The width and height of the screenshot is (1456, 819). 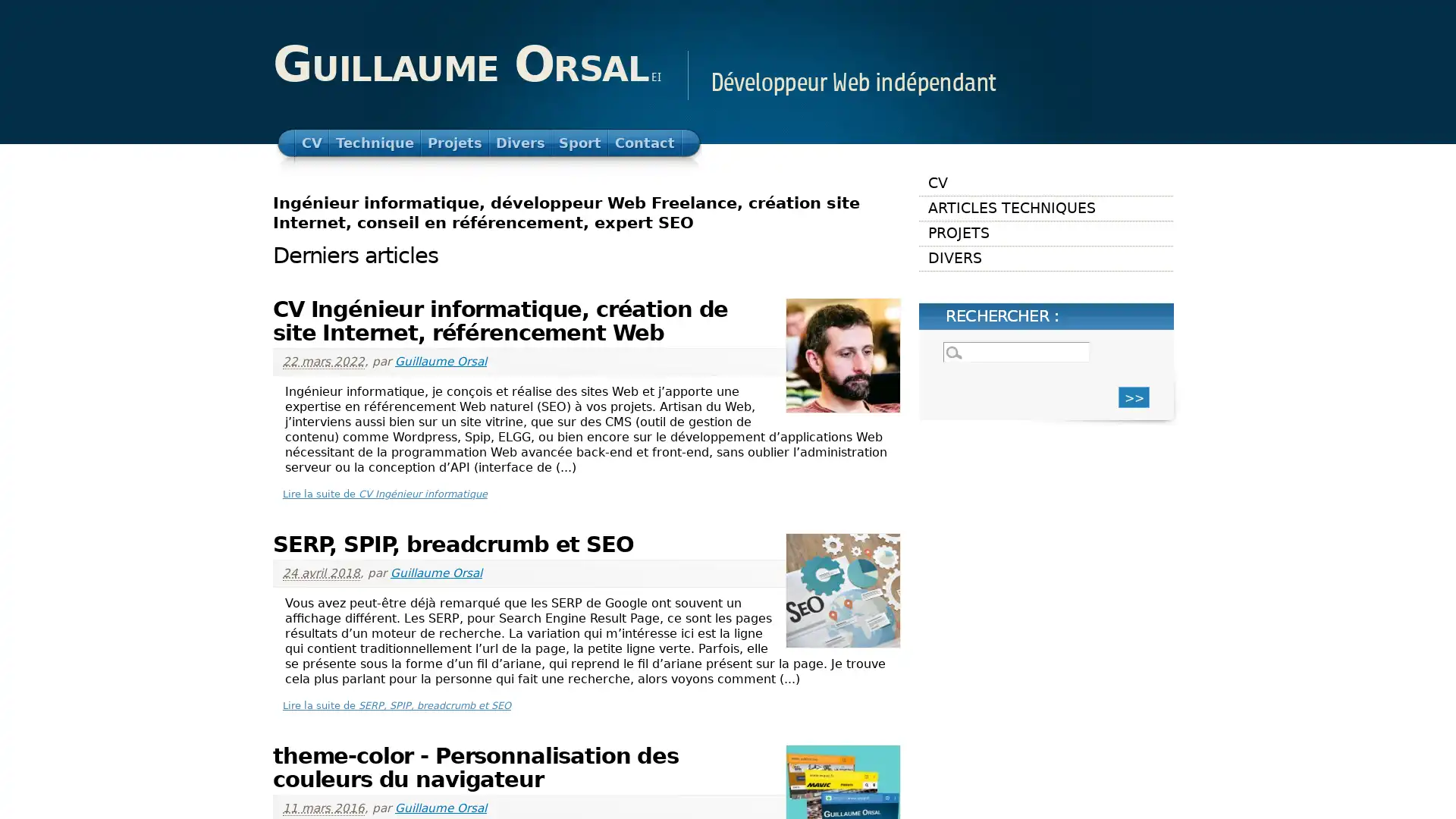 I want to click on >>, so click(x=1134, y=396).